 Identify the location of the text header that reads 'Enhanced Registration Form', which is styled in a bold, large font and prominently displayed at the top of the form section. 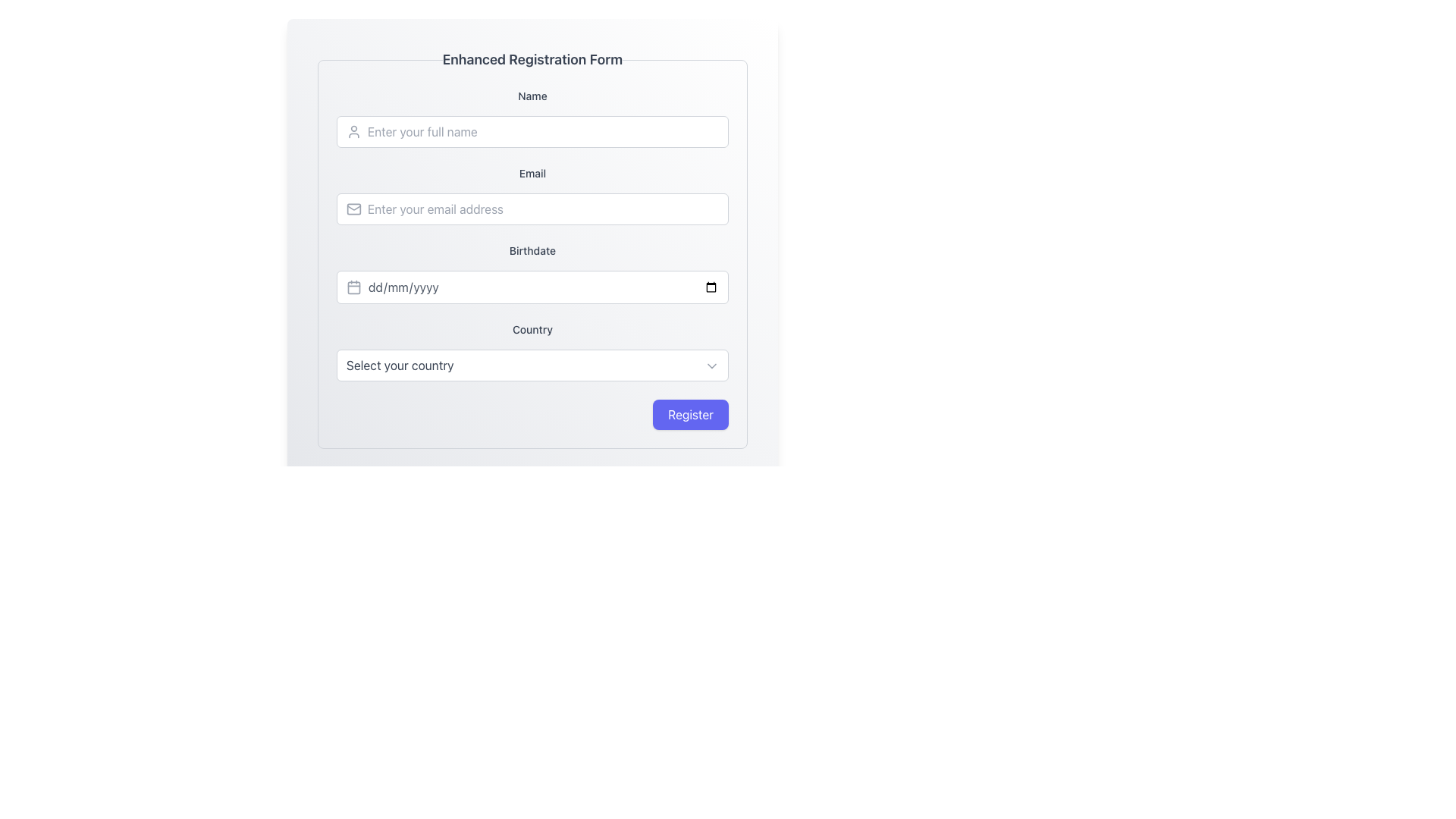
(532, 58).